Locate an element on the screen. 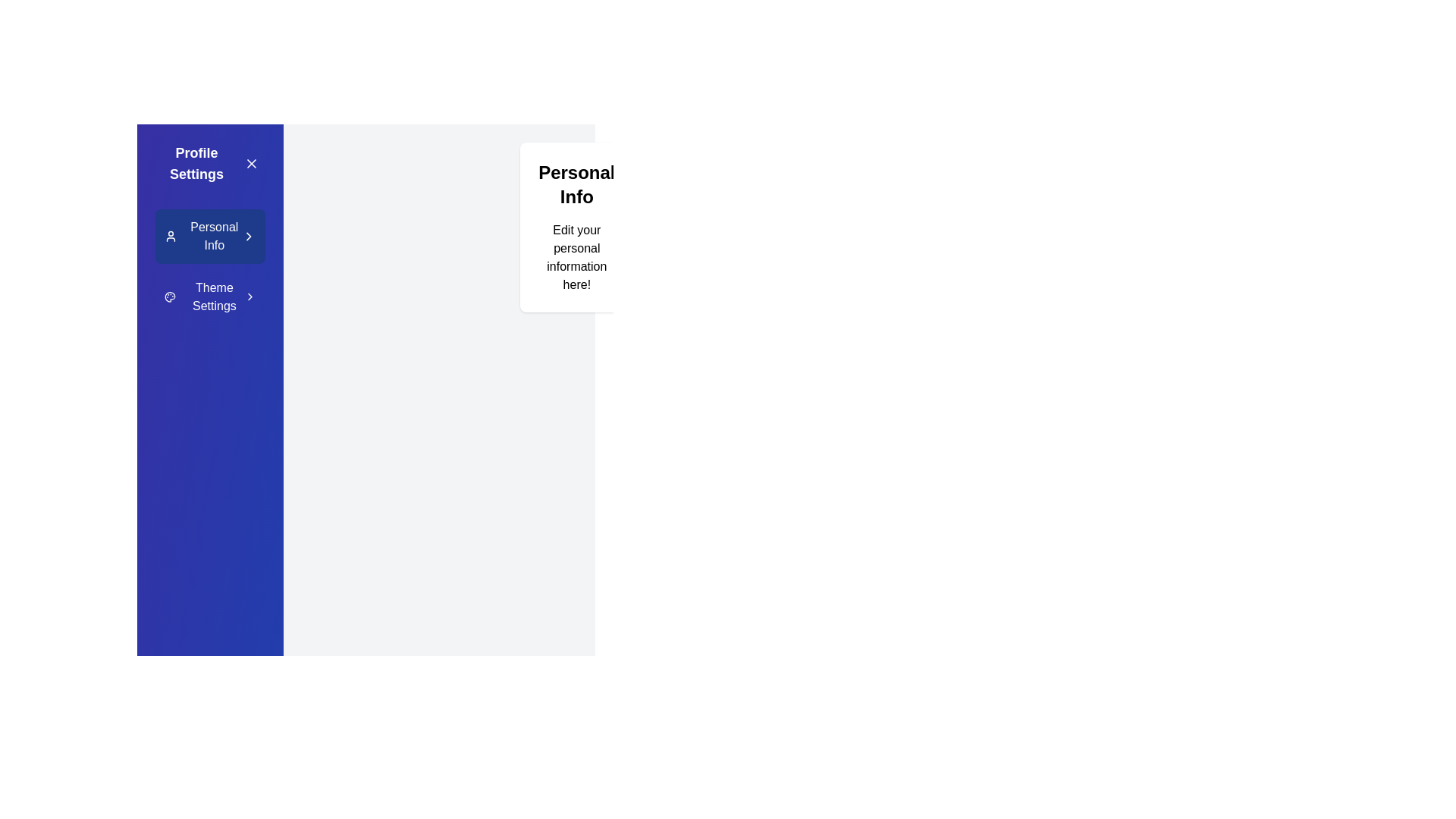 The height and width of the screenshot is (819, 1456). the chevron arrow icon styled in white on a blue background located on the far right side of the 'Theme Settings' row under the 'Profile Settings' panel is located at coordinates (249, 297).